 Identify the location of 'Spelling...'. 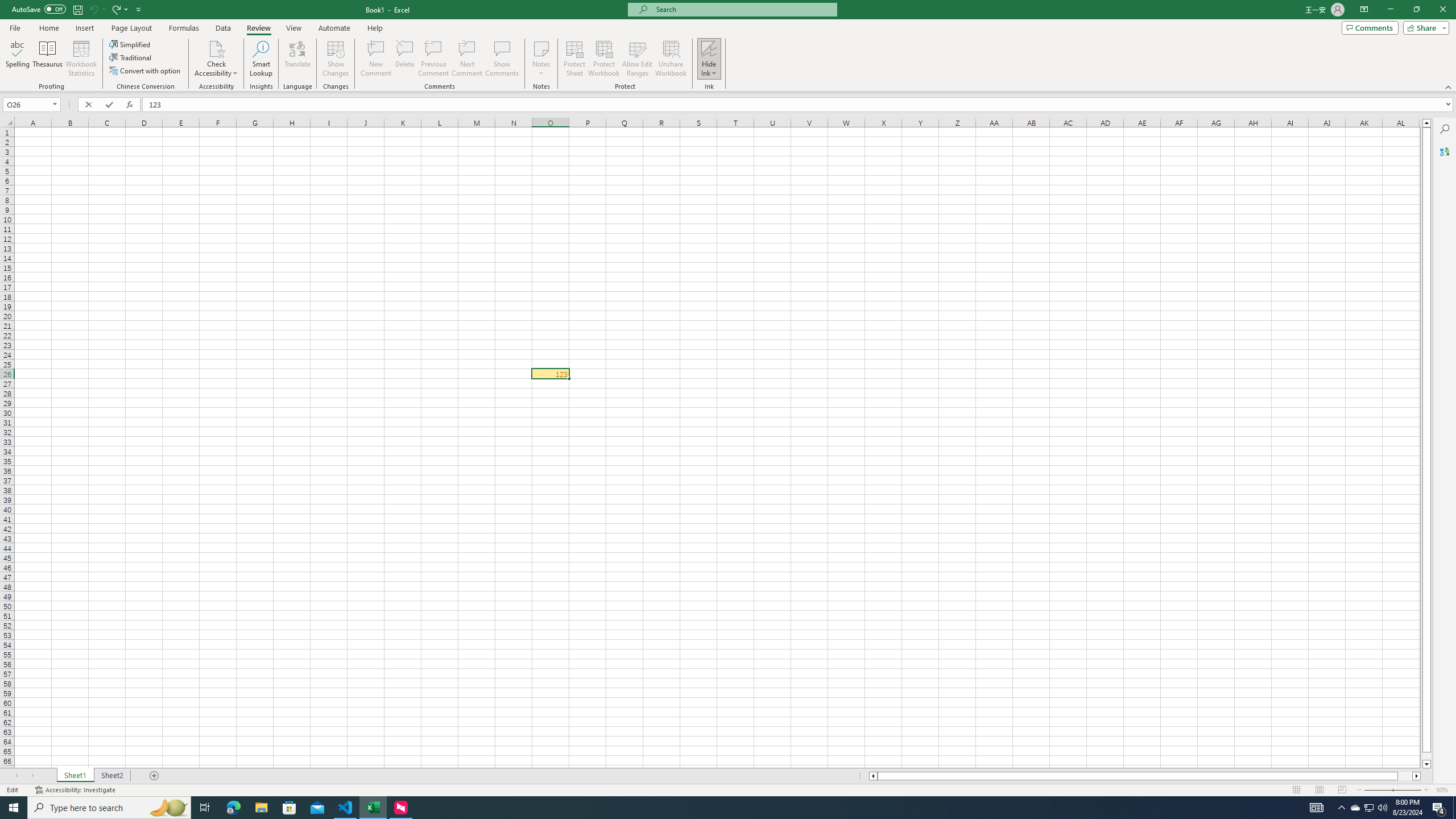
(16, 59).